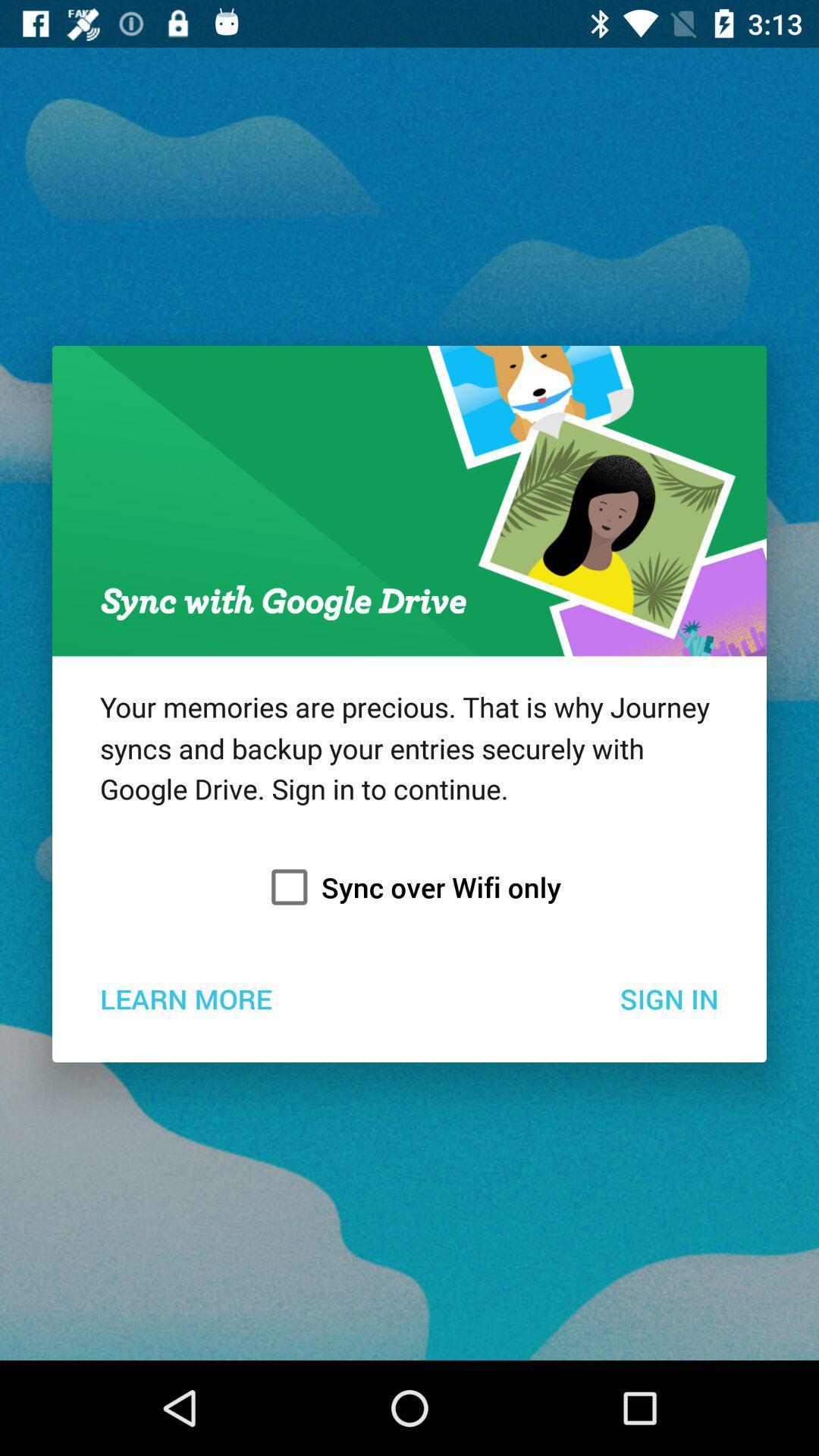  What do you see at coordinates (185, 998) in the screenshot?
I see `learn more item` at bounding box center [185, 998].